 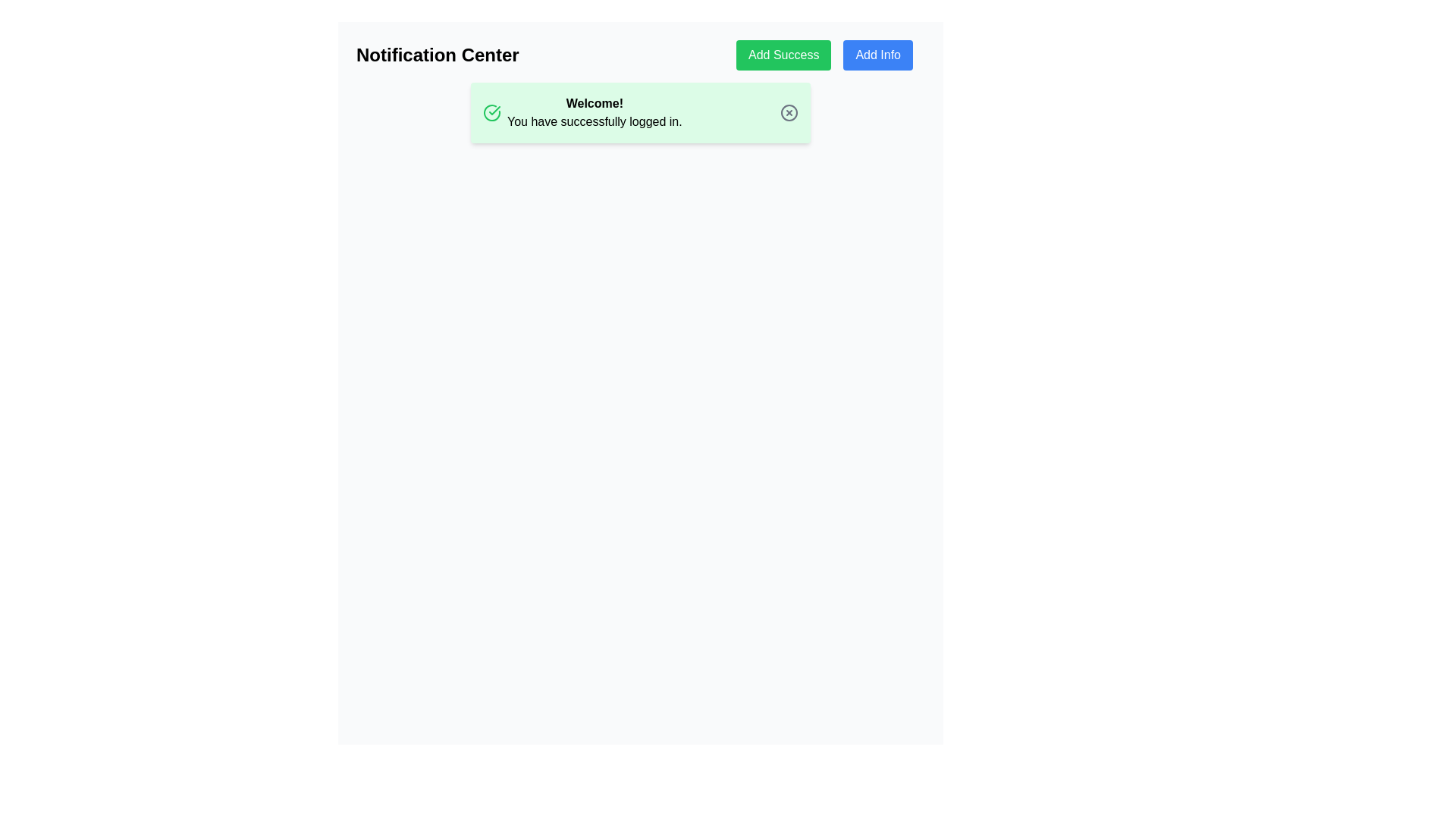 What do you see at coordinates (640, 112) in the screenshot?
I see `the Notification Box that informs the user about a successful login action, which is centrally aligned below the 'Notification Center' header and the 'Add Success' and 'Add Info' buttons` at bounding box center [640, 112].